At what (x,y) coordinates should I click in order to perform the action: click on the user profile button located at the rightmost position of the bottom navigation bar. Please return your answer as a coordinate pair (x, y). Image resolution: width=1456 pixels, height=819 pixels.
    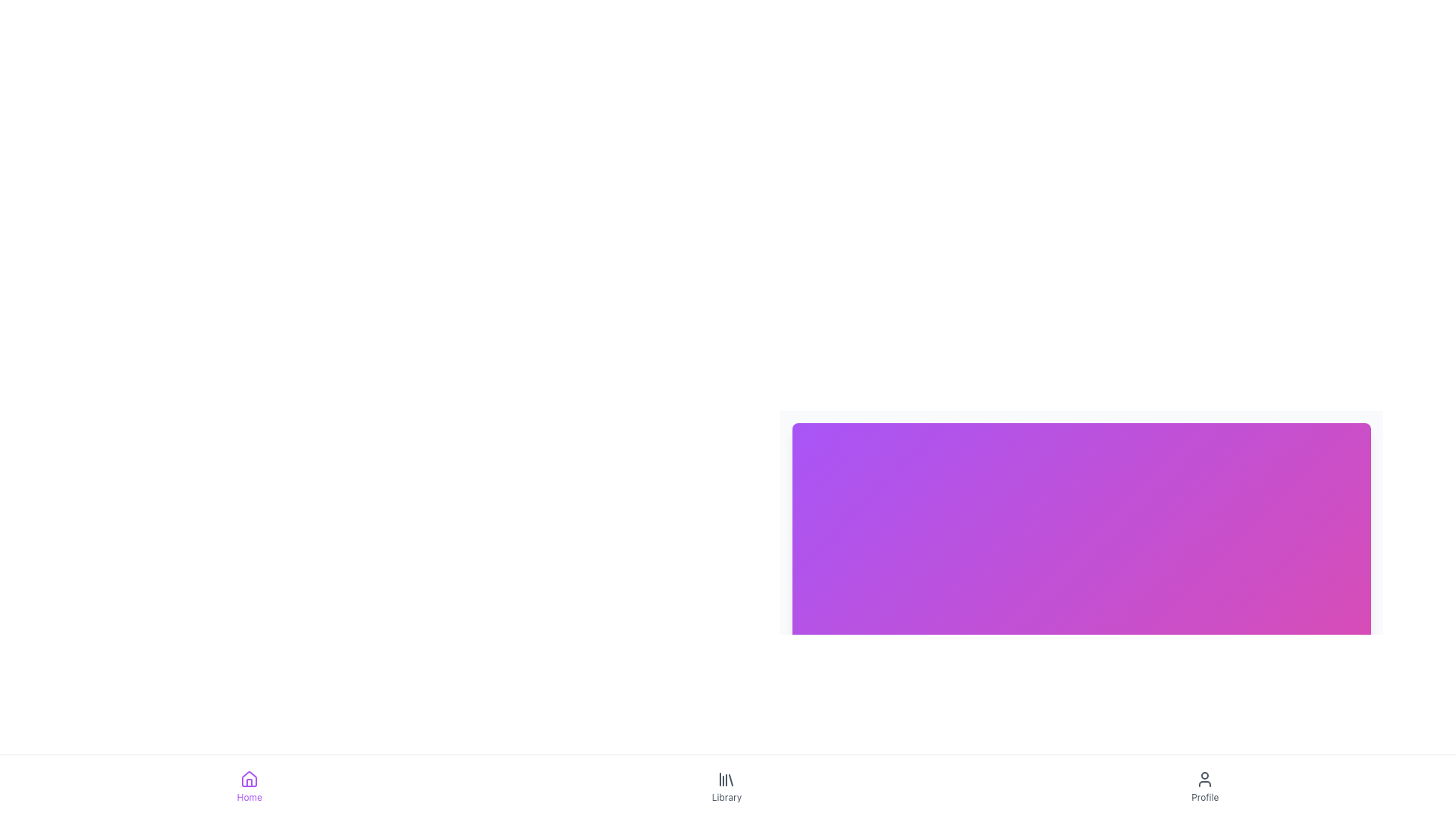
    Looking at the image, I should click on (1204, 786).